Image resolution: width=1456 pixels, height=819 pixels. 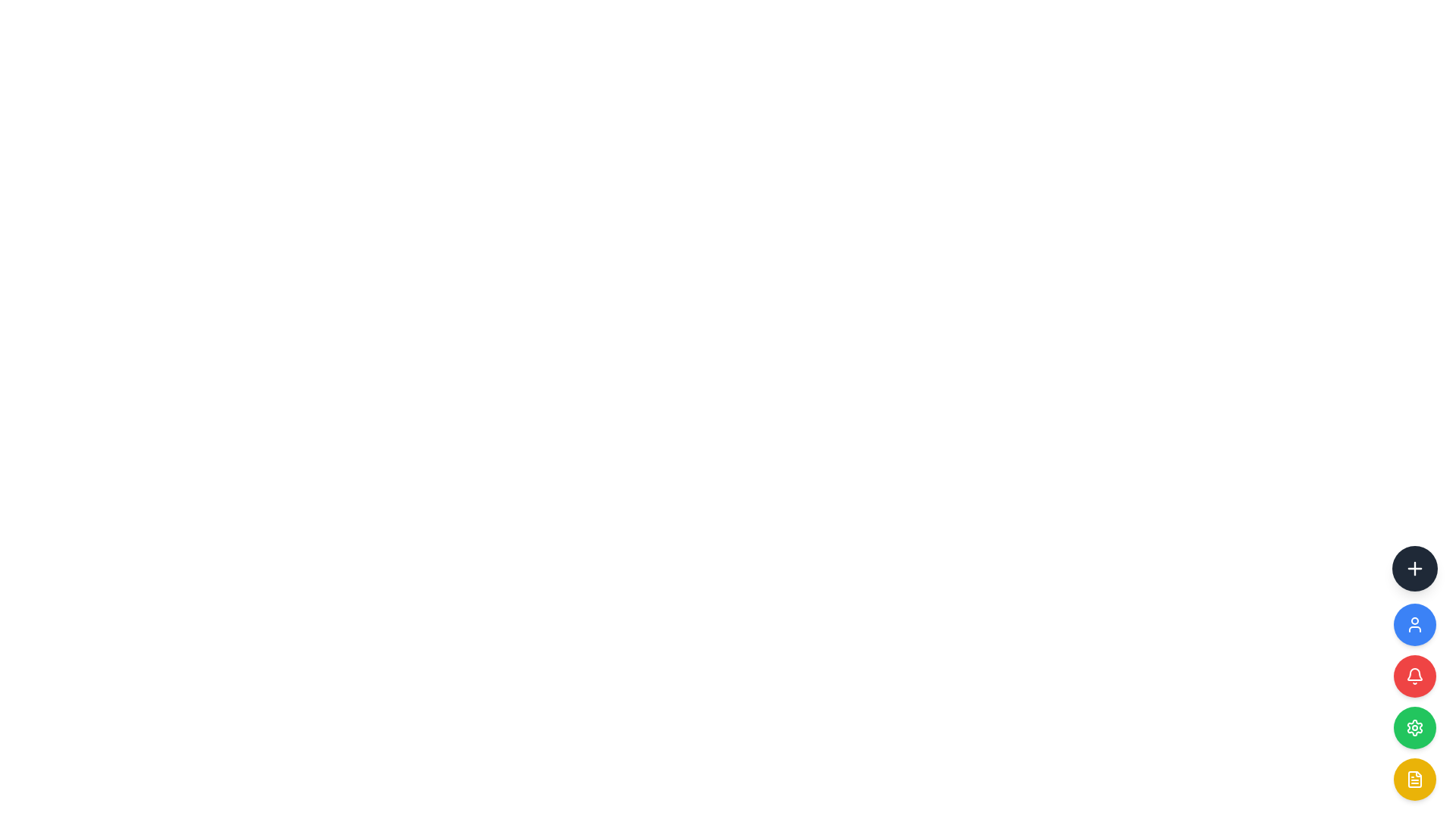 What do you see at coordinates (1414, 568) in the screenshot?
I see `the topmost button in the vertical sequence of circular icons on the right side of the interface` at bounding box center [1414, 568].